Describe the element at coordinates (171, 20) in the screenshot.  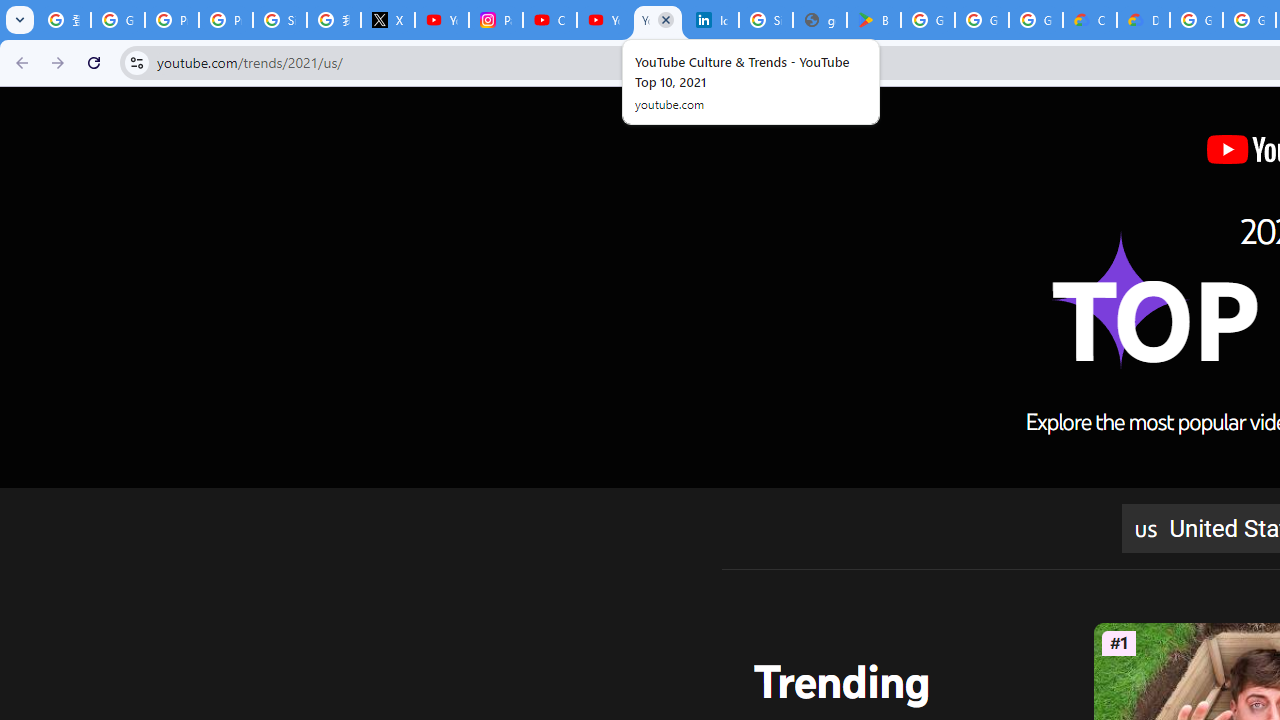
I see `'Privacy Help Center - Policies Help'` at that location.